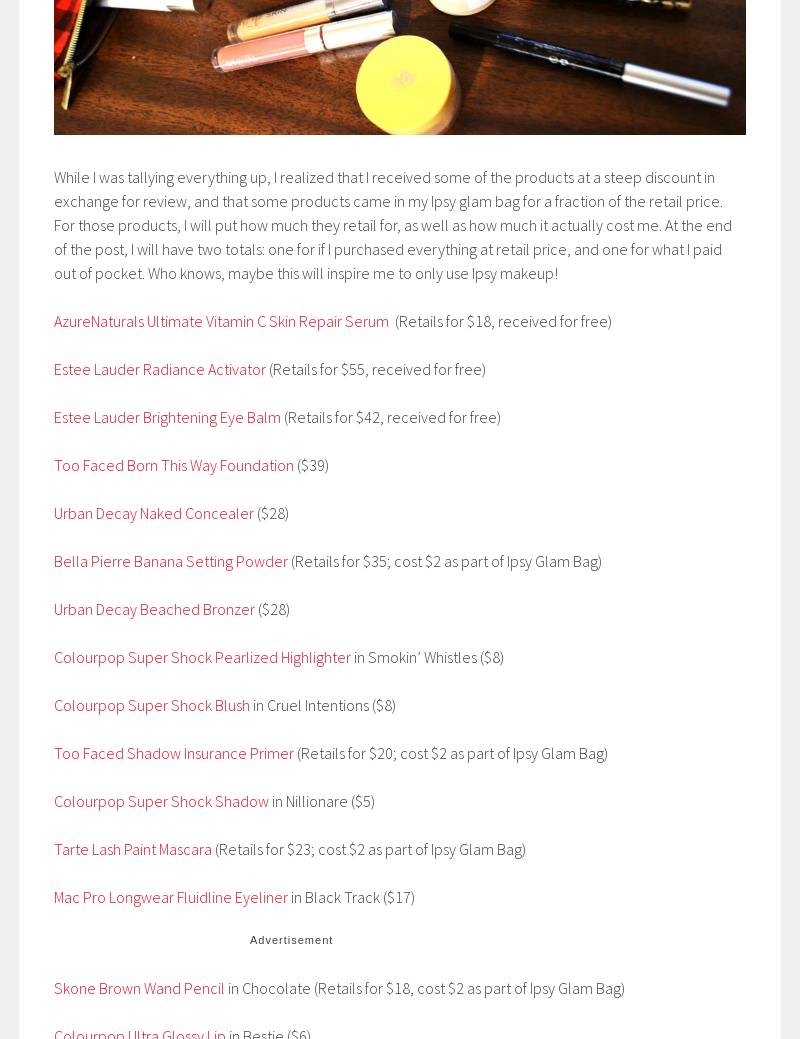 The width and height of the screenshot is (800, 1039). What do you see at coordinates (424, 987) in the screenshot?
I see `'in Chocolate (Retails for $18, cost $2 as part of Ipsy Glam Bag)'` at bounding box center [424, 987].